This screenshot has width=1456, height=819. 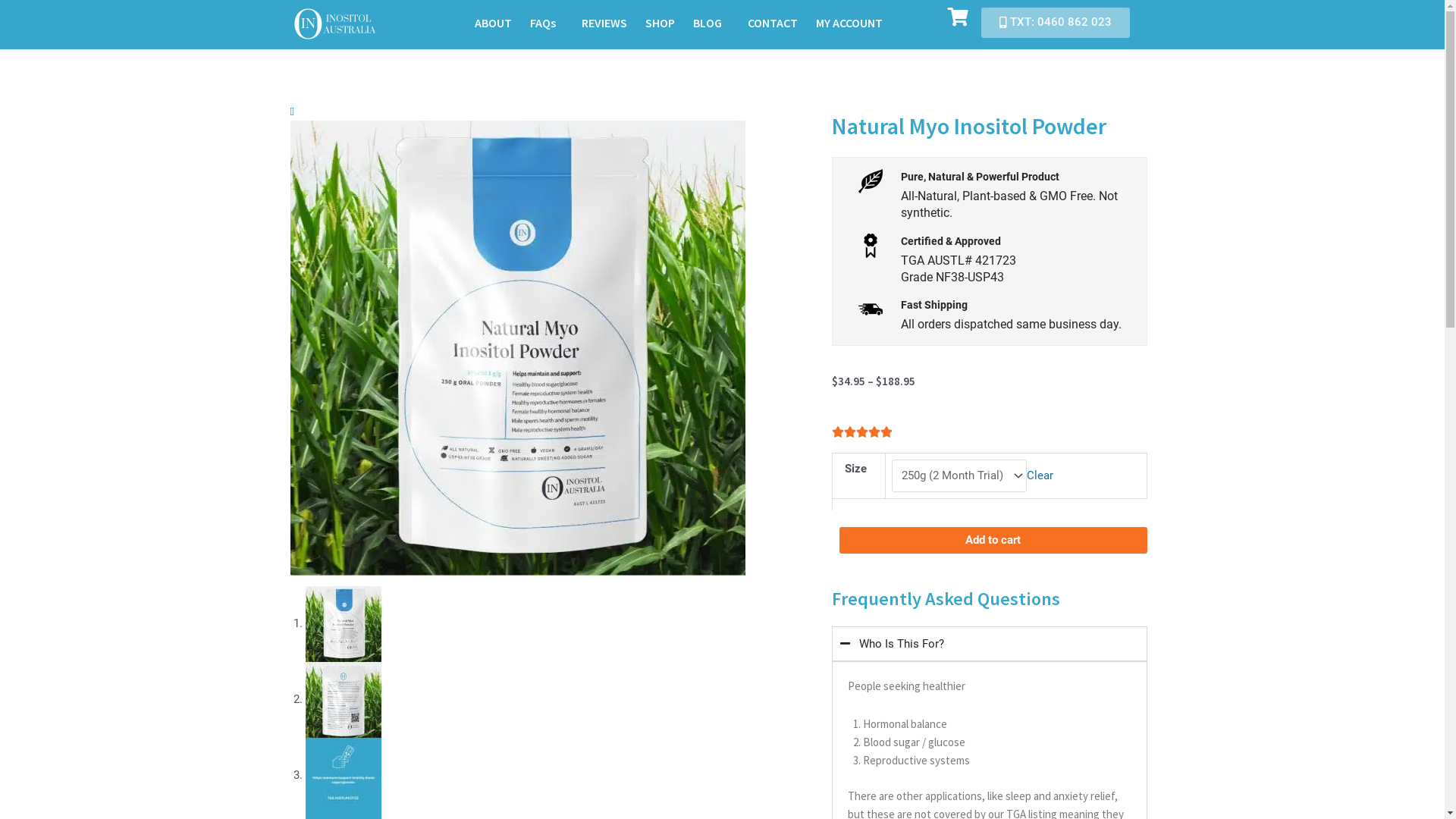 What do you see at coordinates (516, 347) in the screenshot?
I see `'Natural Myo Inositol Powder 1'` at bounding box center [516, 347].